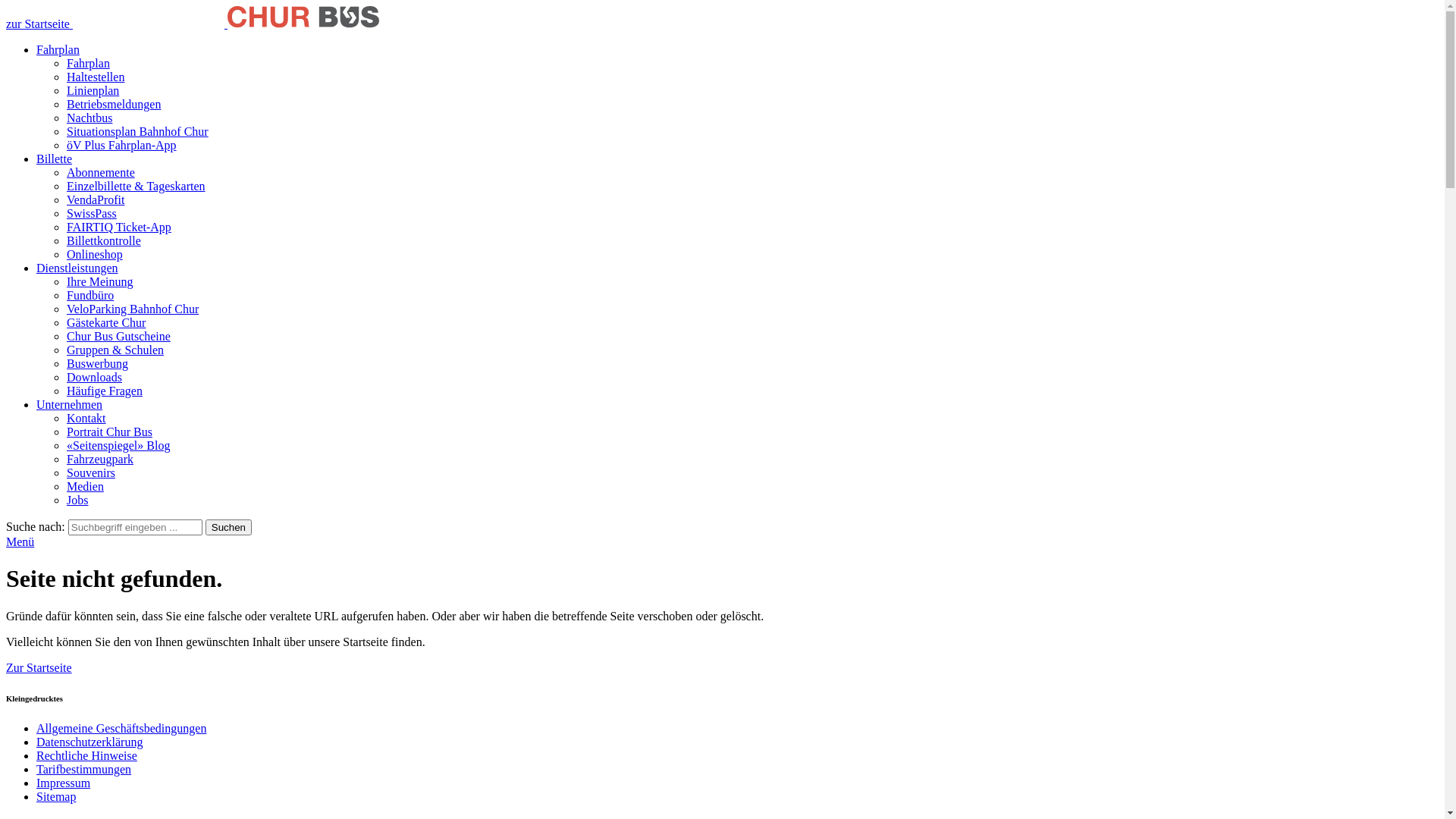  I want to click on 'Betriebsmeldungen', so click(112, 103).